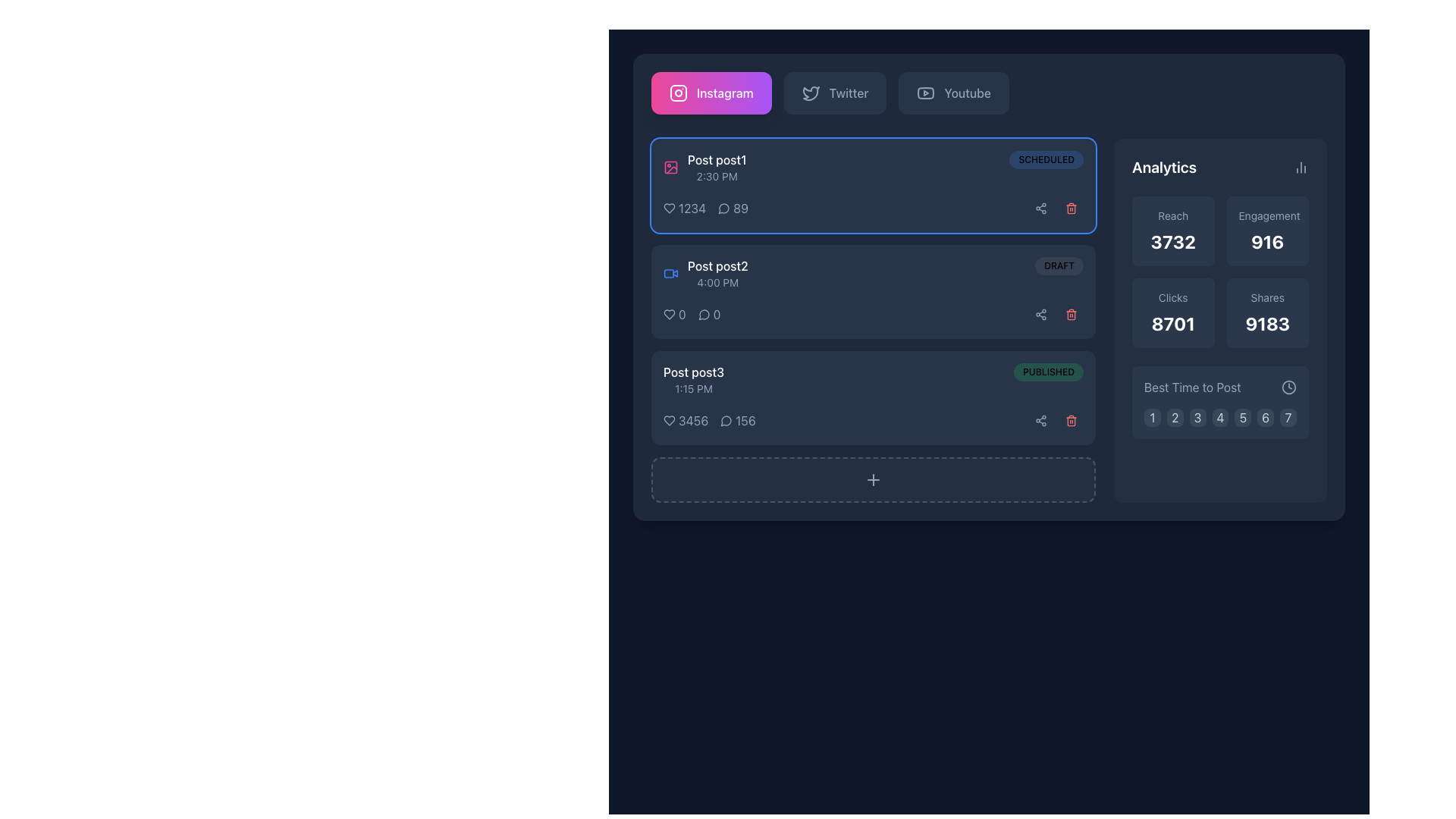 Image resolution: width=1456 pixels, height=819 pixels. Describe the element at coordinates (703, 314) in the screenshot. I see `the small circular message bubble icon with a gray outline located to the left of the number 0 in the statistical overview below the post titled 'Post post2'` at that location.